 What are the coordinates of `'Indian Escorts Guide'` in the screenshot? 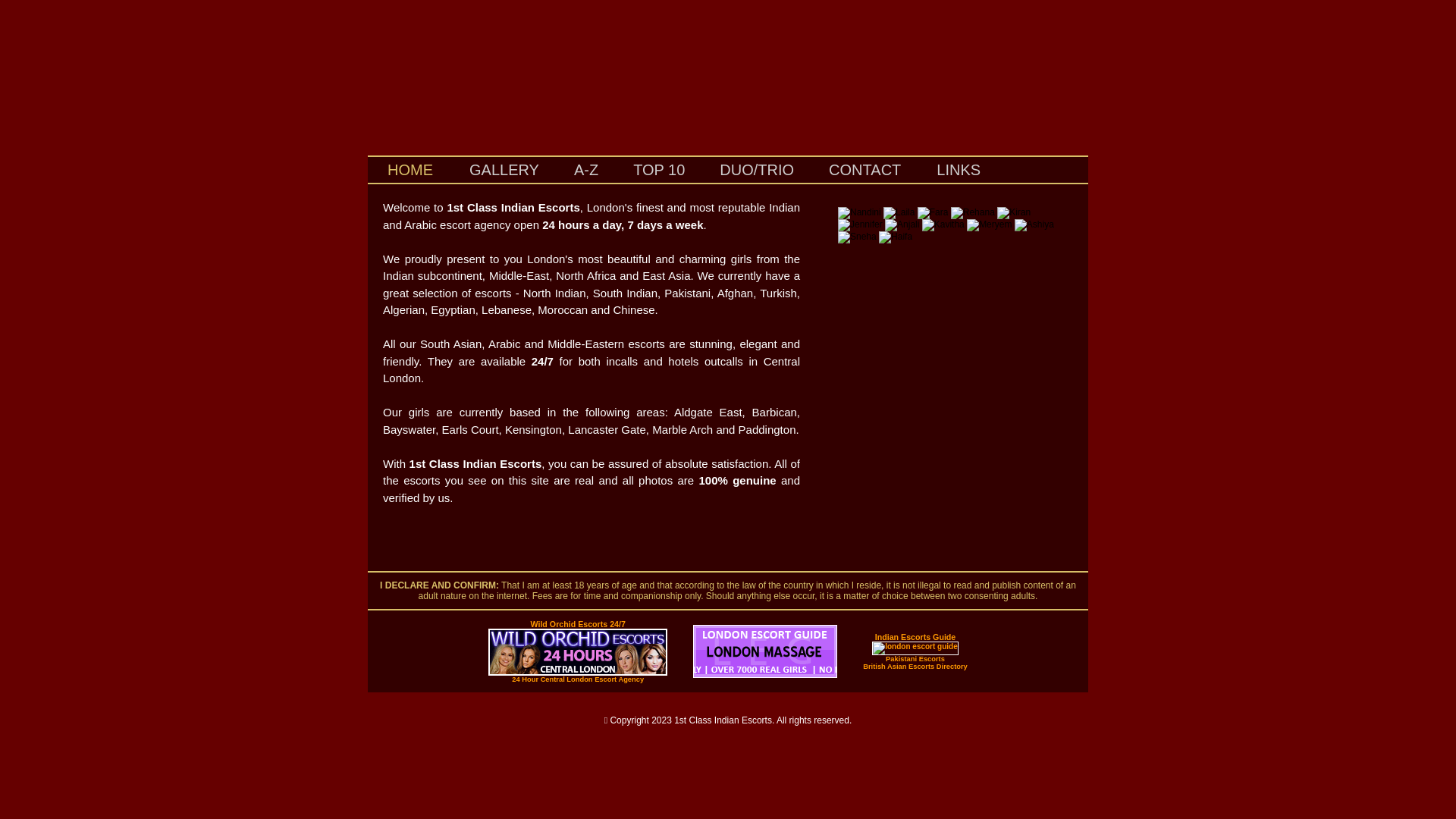 It's located at (915, 637).